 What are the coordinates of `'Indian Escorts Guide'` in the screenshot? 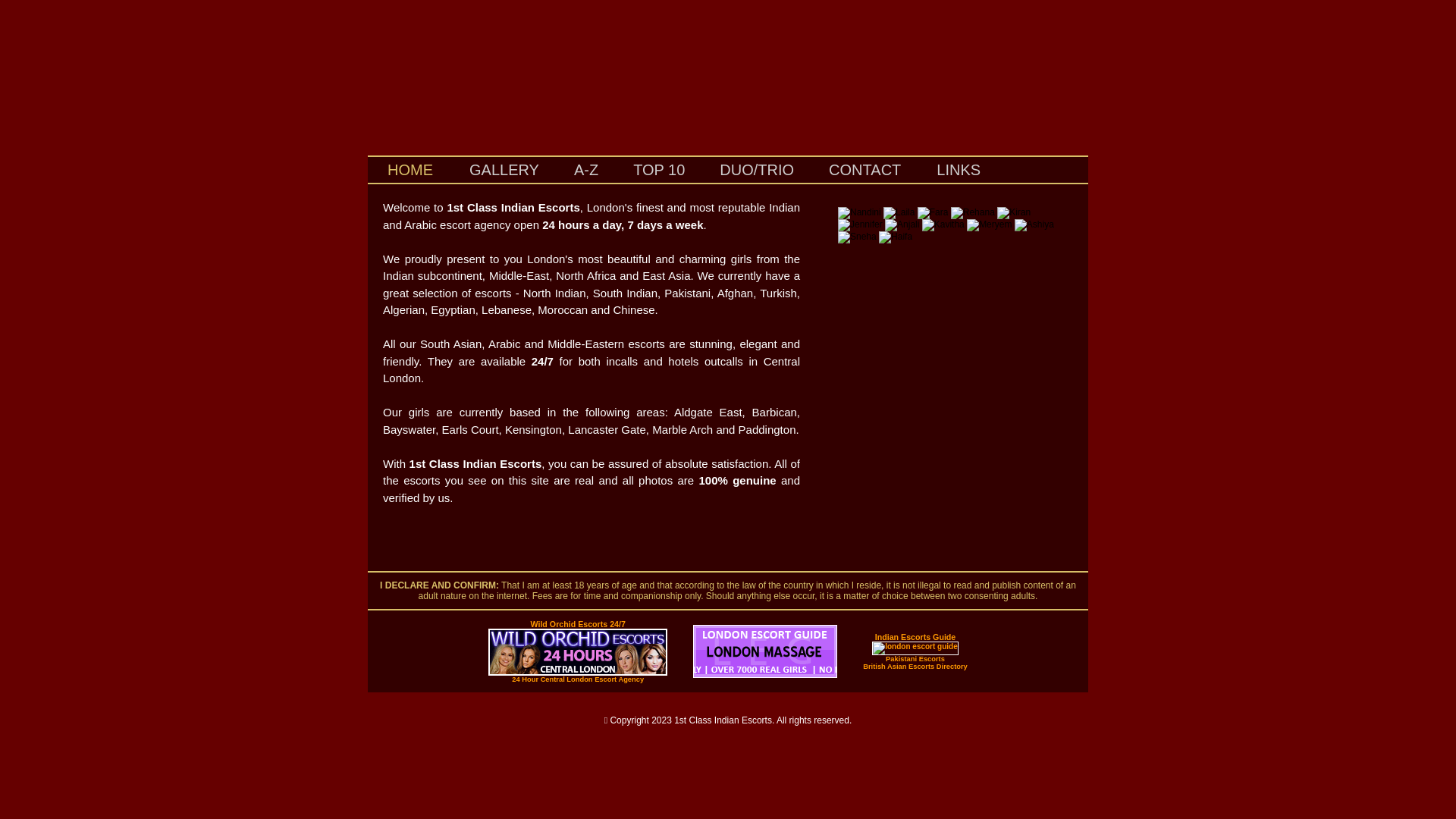 It's located at (915, 637).